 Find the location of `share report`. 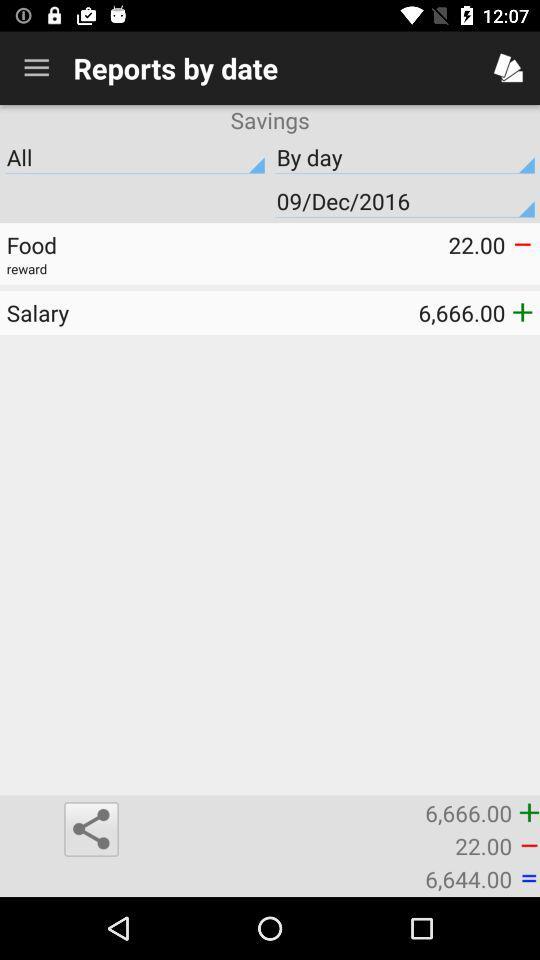

share report is located at coordinates (90, 829).